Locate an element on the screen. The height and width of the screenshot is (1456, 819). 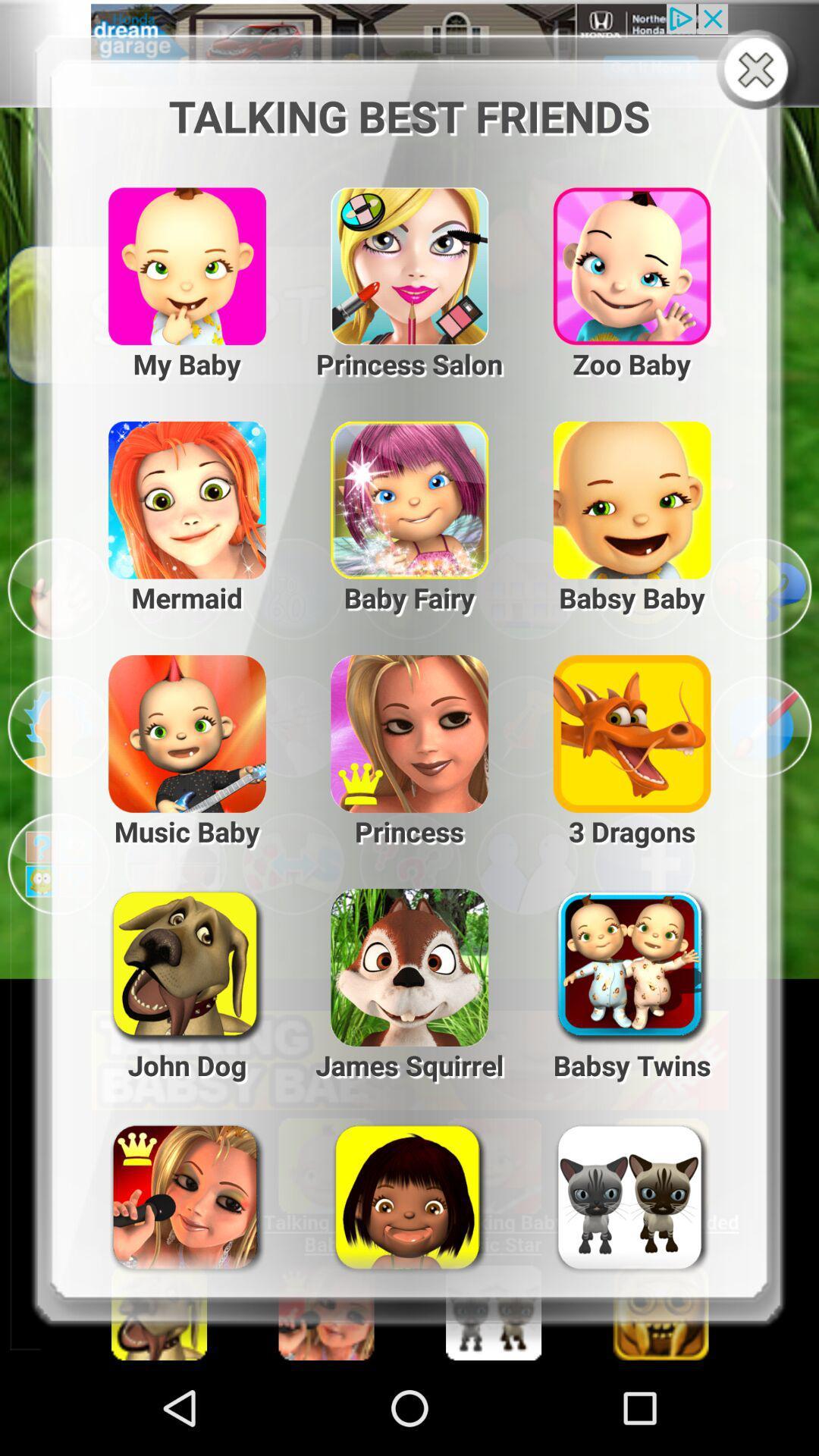
this screen is located at coordinates (759, 71).